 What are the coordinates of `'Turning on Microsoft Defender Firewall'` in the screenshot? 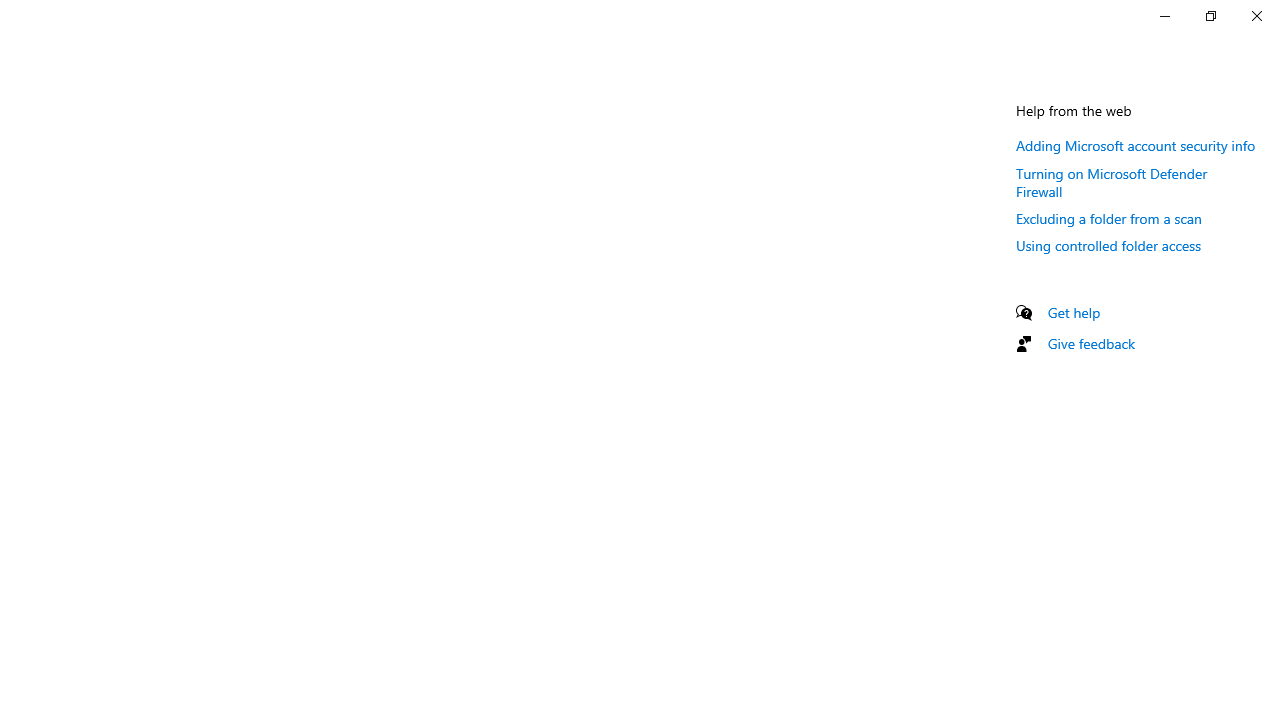 It's located at (1111, 181).